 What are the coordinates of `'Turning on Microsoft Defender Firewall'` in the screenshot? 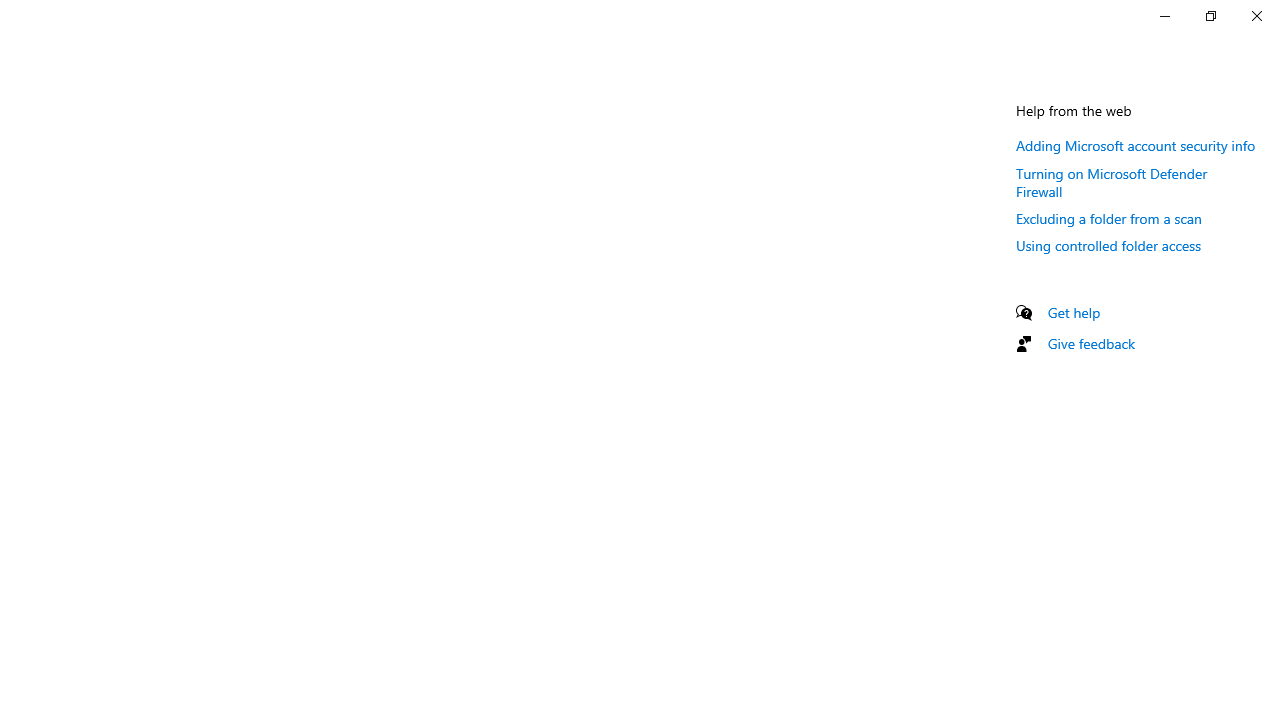 It's located at (1111, 181).